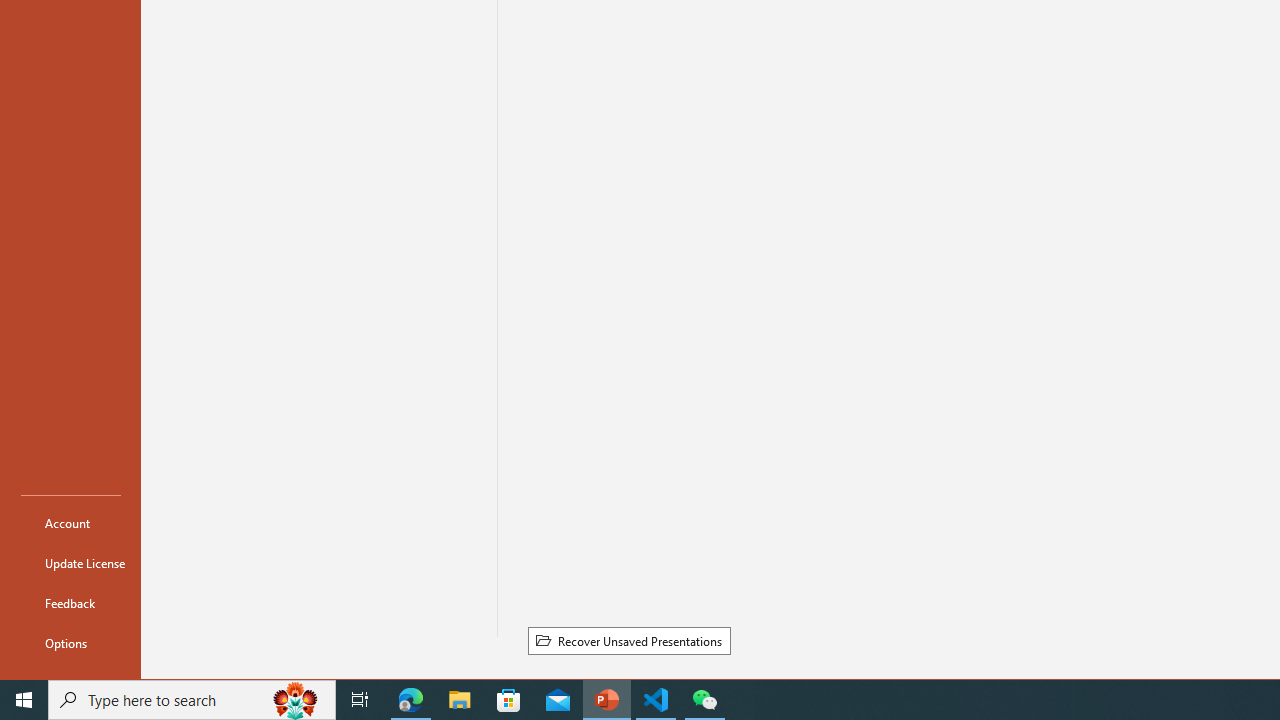 This screenshot has width=1280, height=720. I want to click on 'Options', so click(71, 642).